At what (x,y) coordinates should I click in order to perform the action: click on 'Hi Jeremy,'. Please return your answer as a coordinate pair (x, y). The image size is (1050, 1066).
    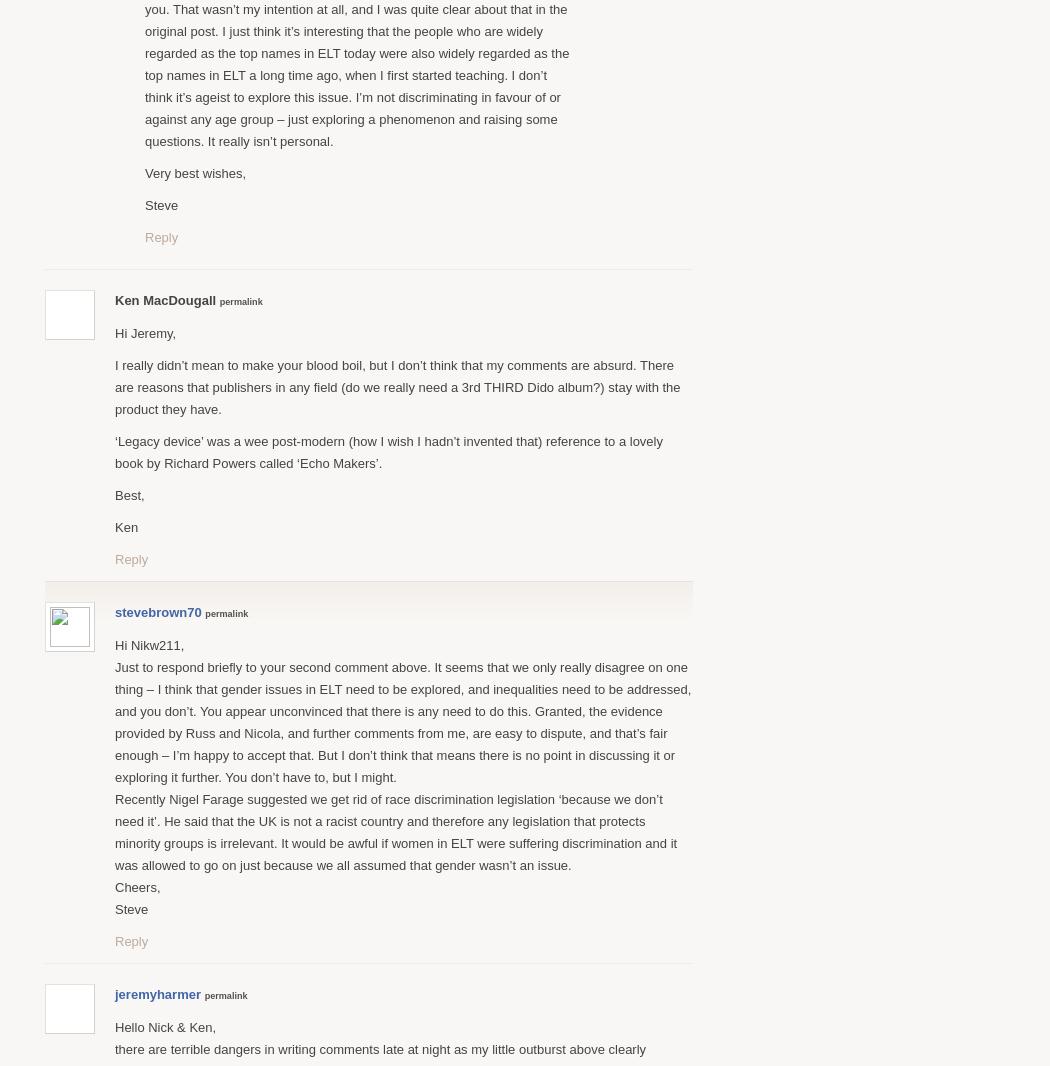
    Looking at the image, I should click on (144, 332).